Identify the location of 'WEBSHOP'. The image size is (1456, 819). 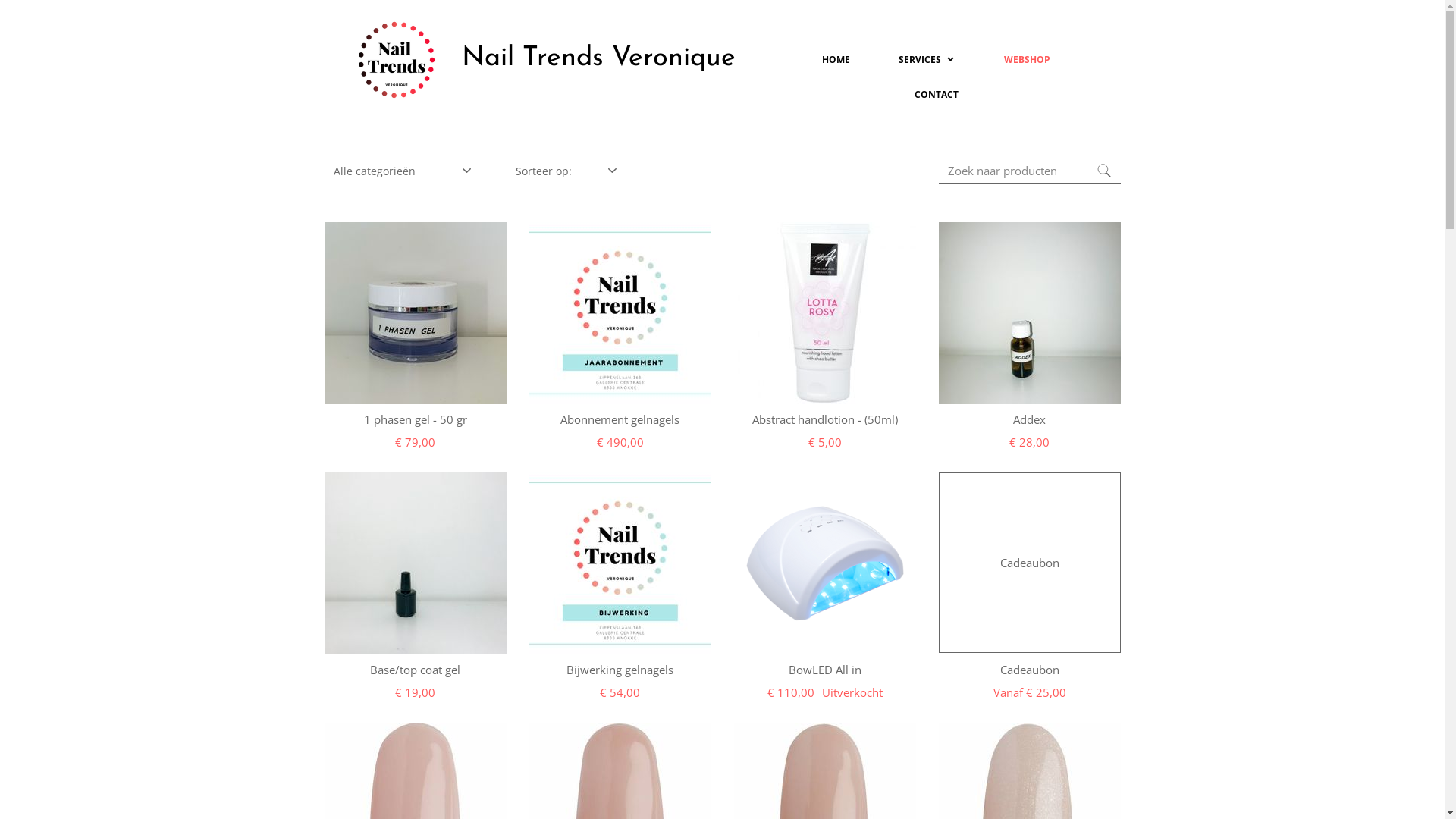
(1027, 58).